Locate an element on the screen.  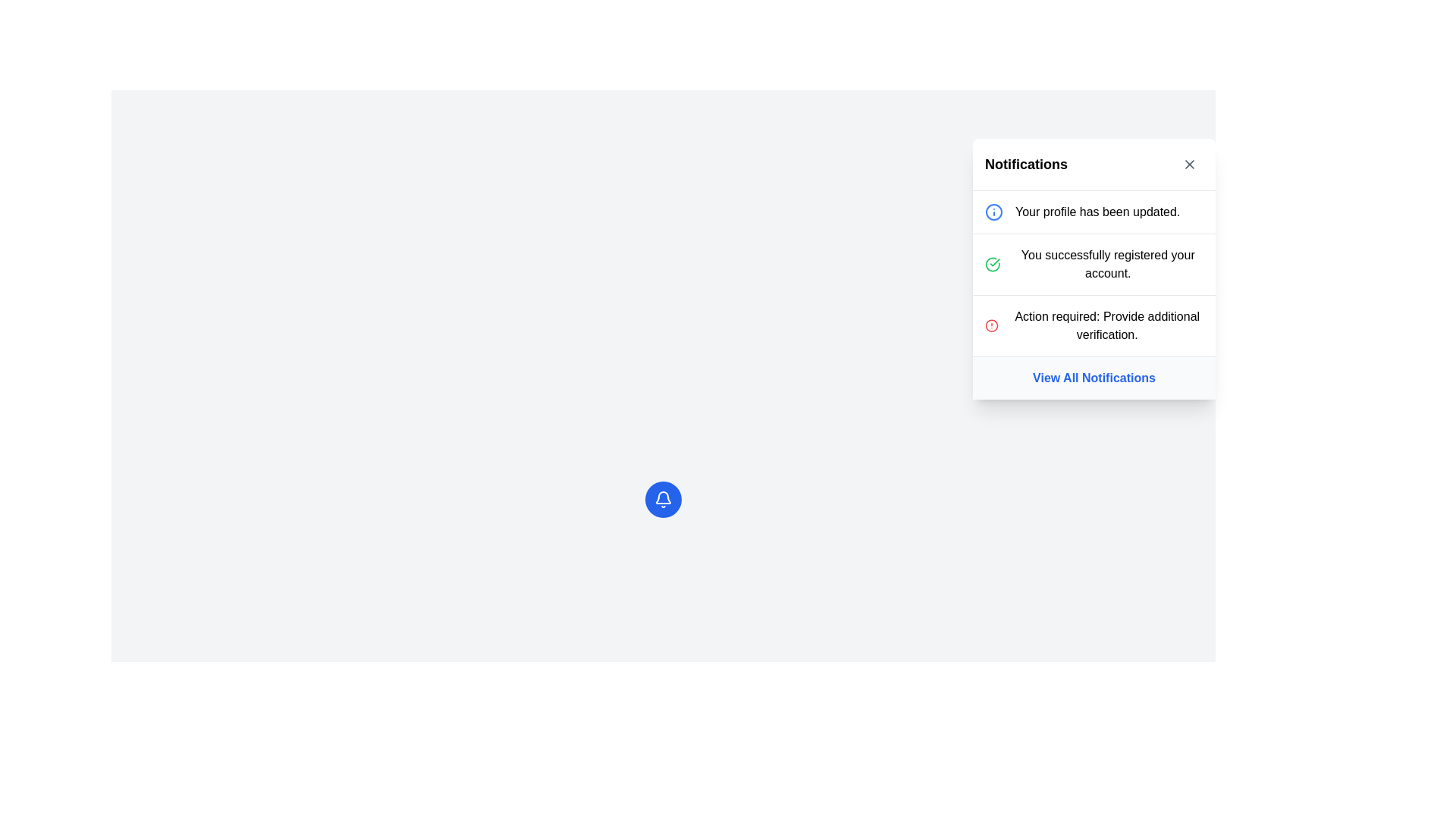
the text label that displays 'You successfully registered your account.' in the notification interface is located at coordinates (1108, 263).